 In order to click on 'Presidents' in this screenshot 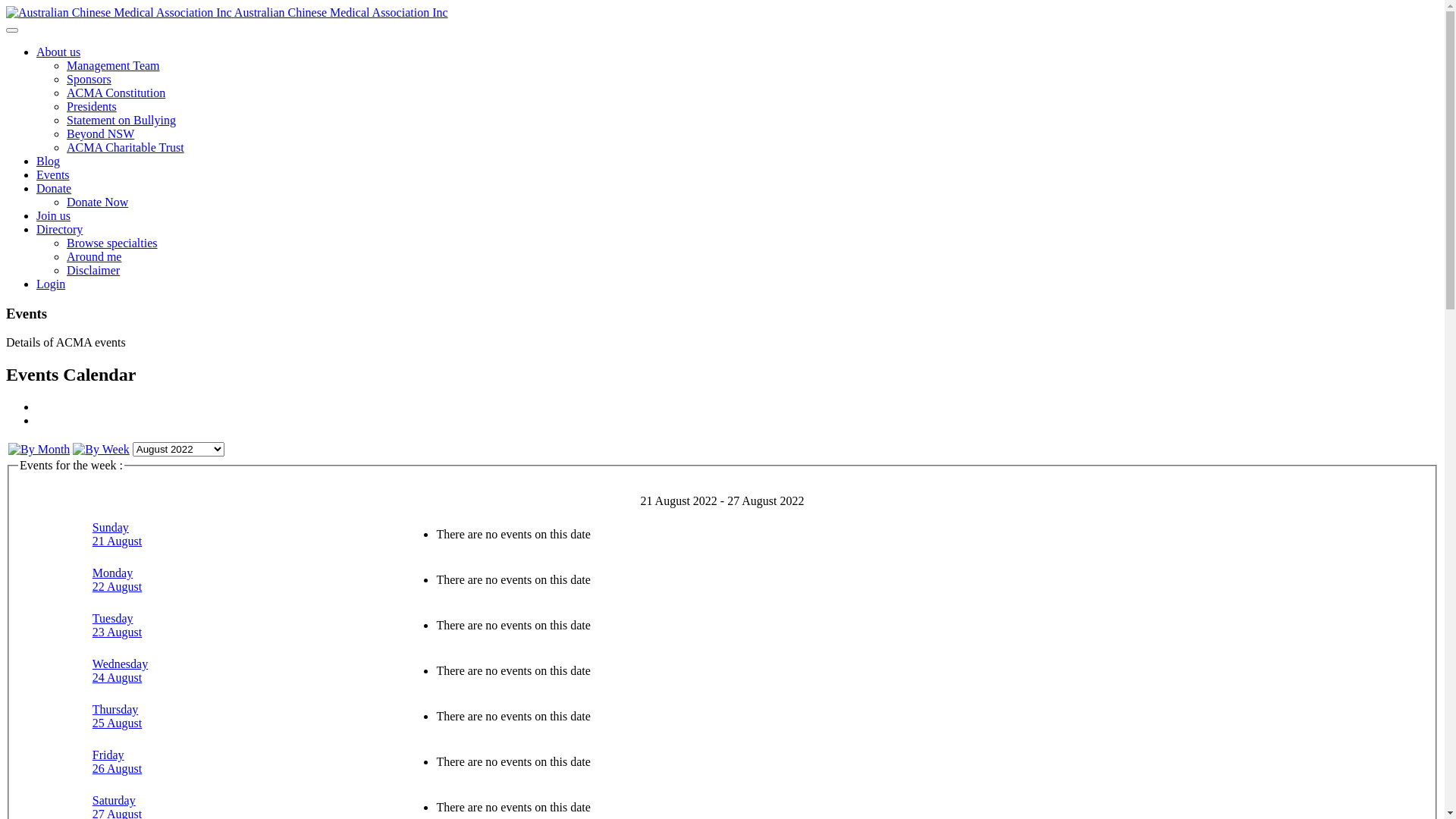, I will do `click(90, 105)`.